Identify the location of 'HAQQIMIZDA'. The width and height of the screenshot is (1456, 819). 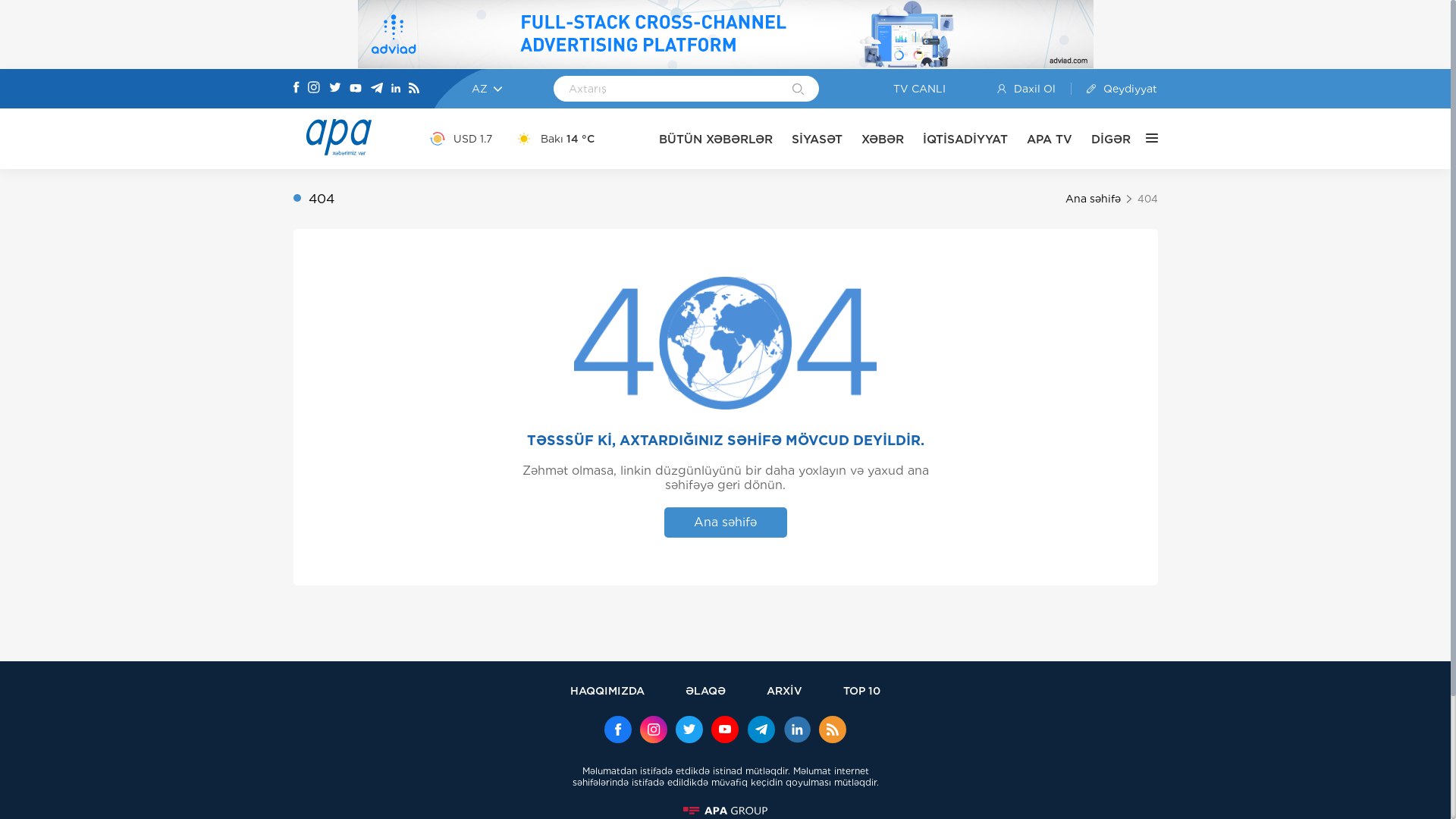
(570, 690).